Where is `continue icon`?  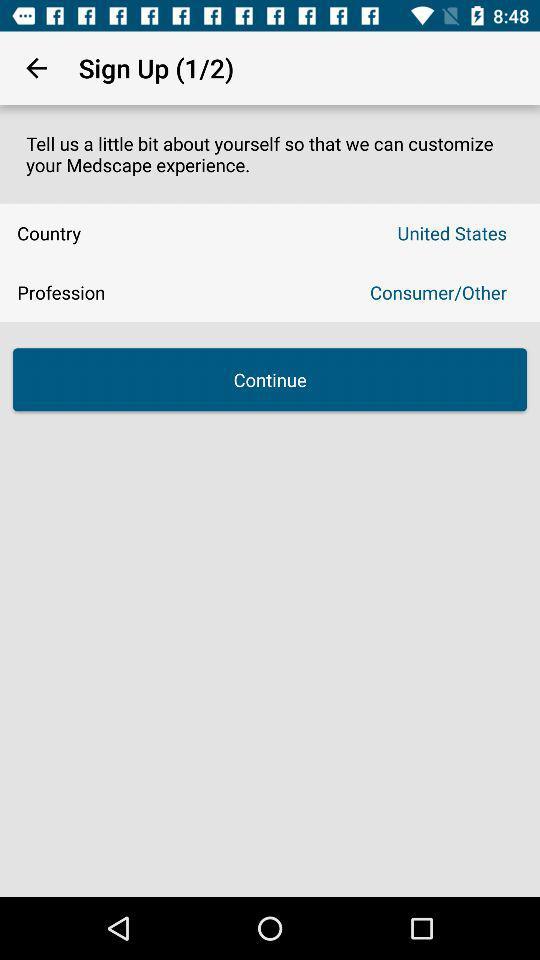 continue icon is located at coordinates (270, 378).